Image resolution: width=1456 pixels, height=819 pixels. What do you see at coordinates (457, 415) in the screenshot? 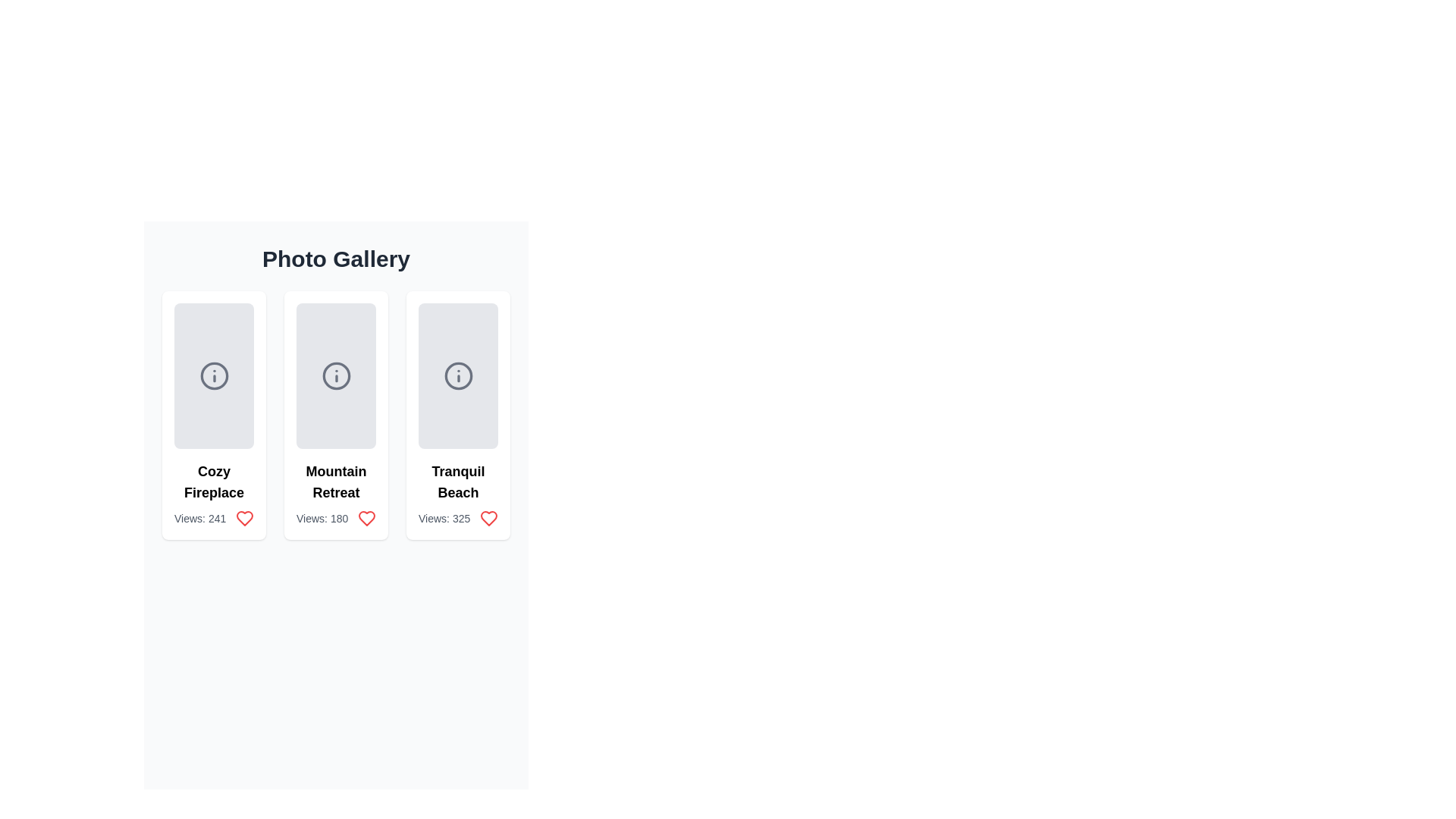
I see `the 'Tranquil Beach' card component, which is the third item in a three-column grid layout, positioned in the bottom right corner` at bounding box center [457, 415].